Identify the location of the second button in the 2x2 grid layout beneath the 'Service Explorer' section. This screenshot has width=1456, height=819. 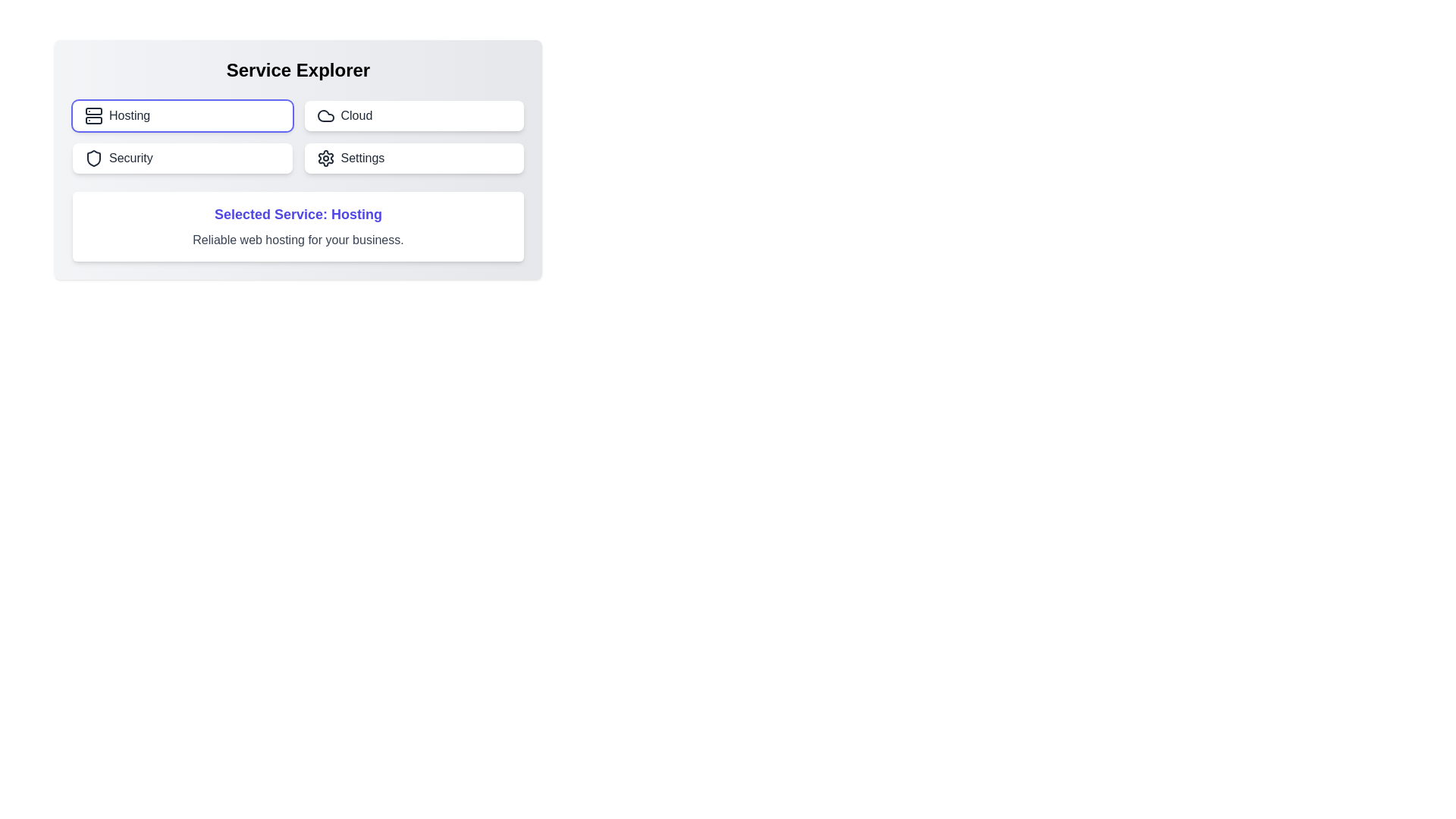
(414, 115).